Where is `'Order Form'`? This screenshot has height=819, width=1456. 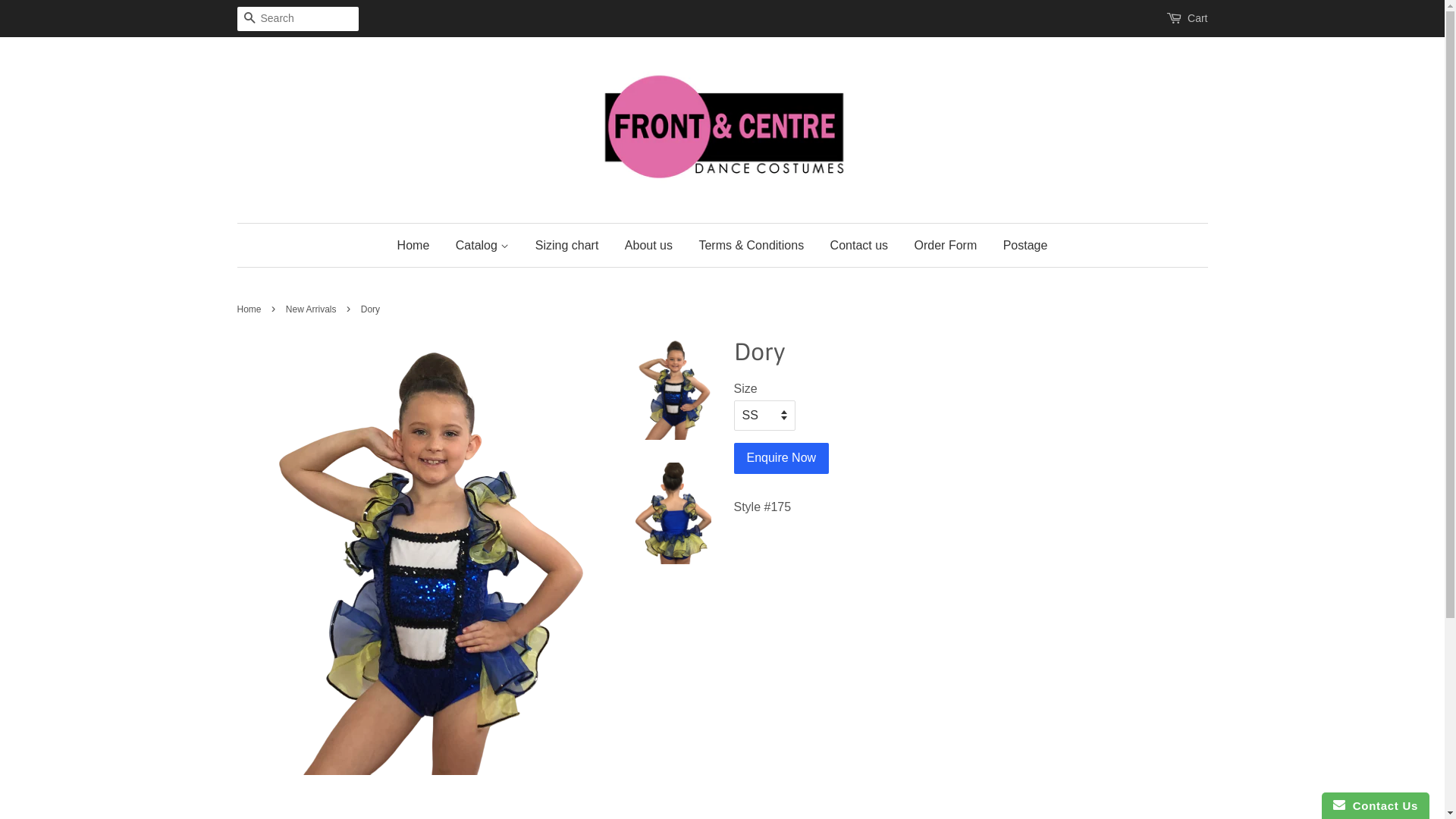
'Order Form' is located at coordinates (945, 244).